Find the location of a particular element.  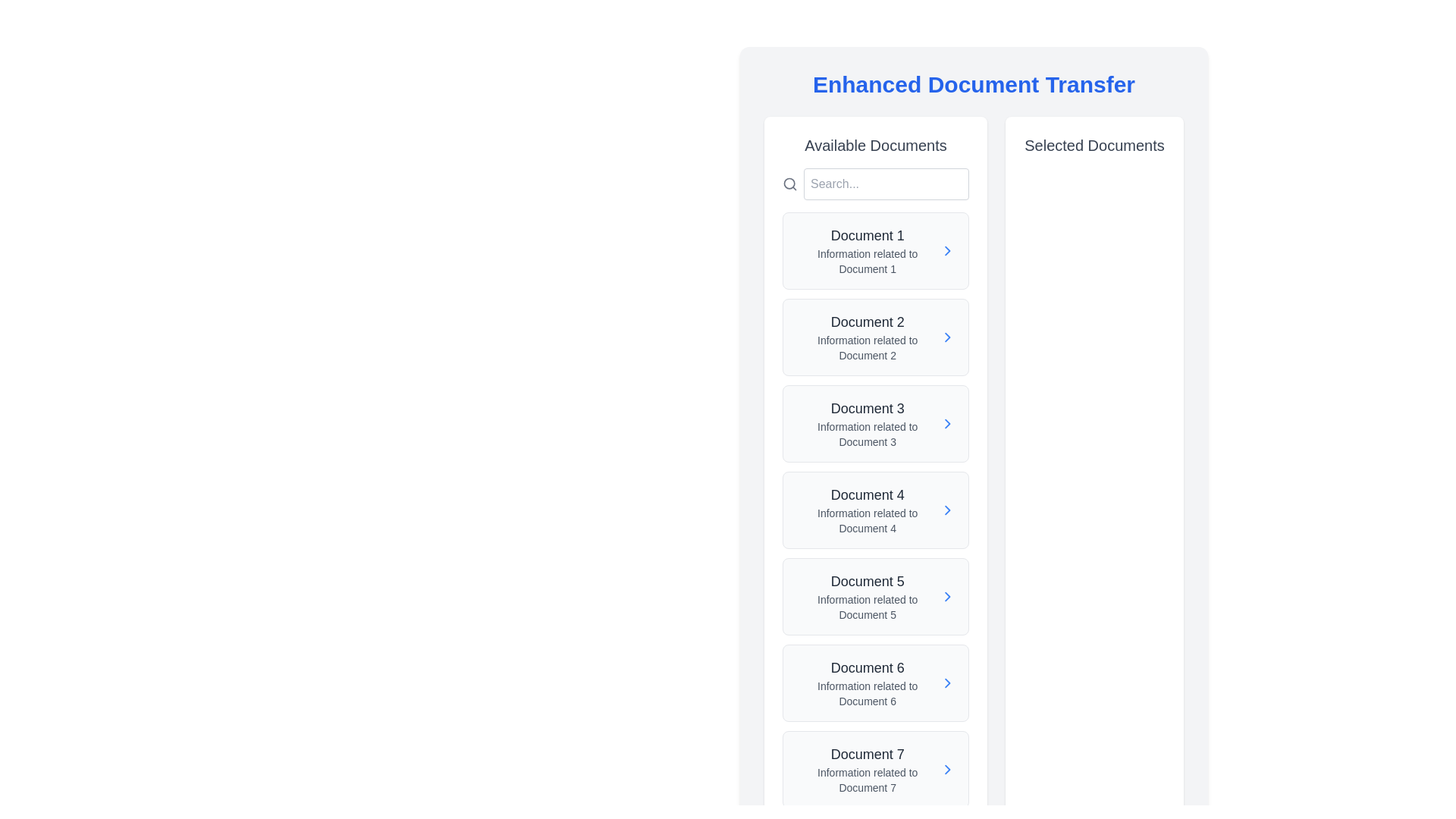

text providing supplementary information for 'Document 2', located beneath the heading in the 'Available Documents' section is located at coordinates (868, 348).